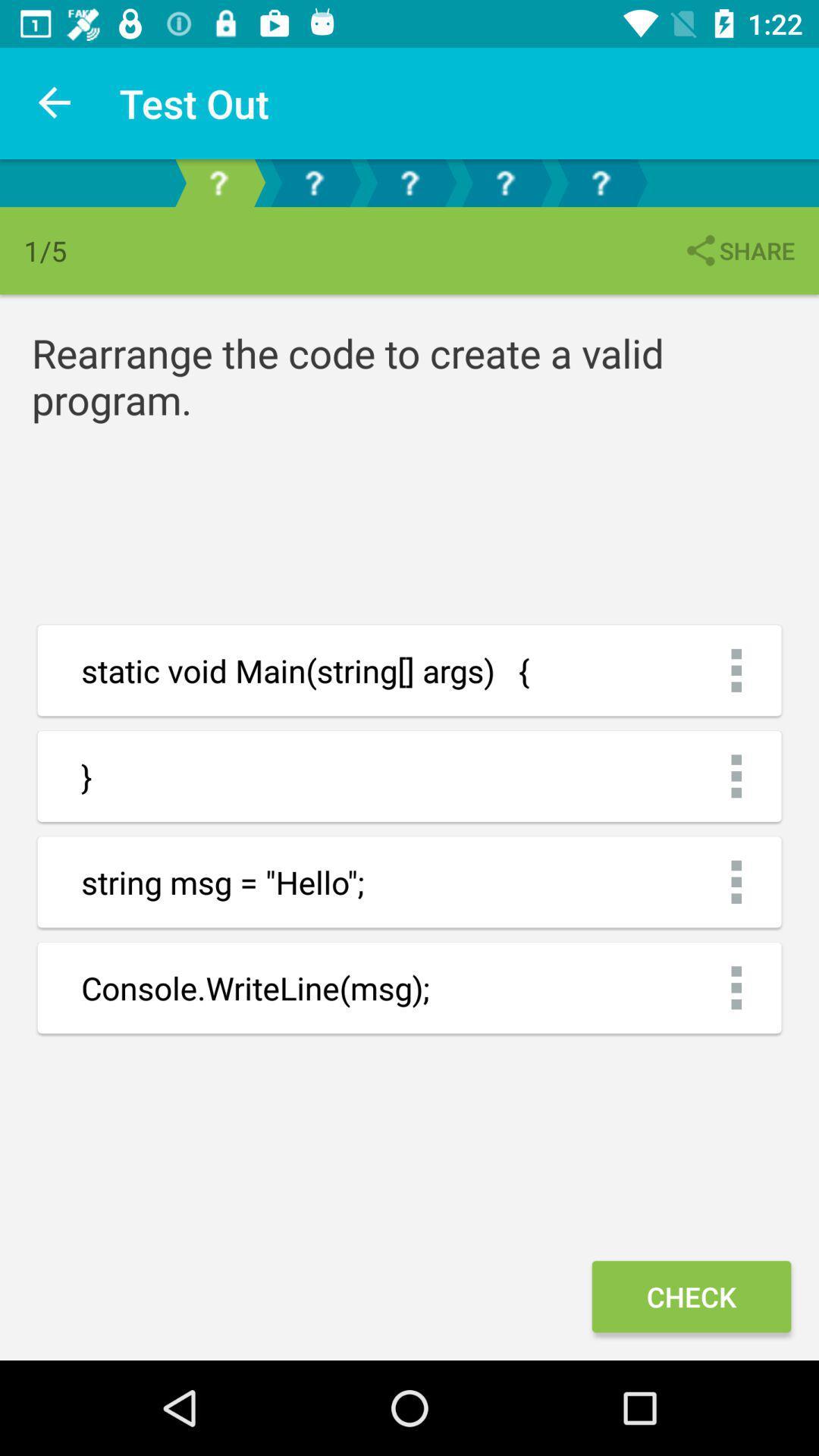 This screenshot has width=819, height=1456. What do you see at coordinates (505, 182) in the screenshot?
I see `open question` at bounding box center [505, 182].